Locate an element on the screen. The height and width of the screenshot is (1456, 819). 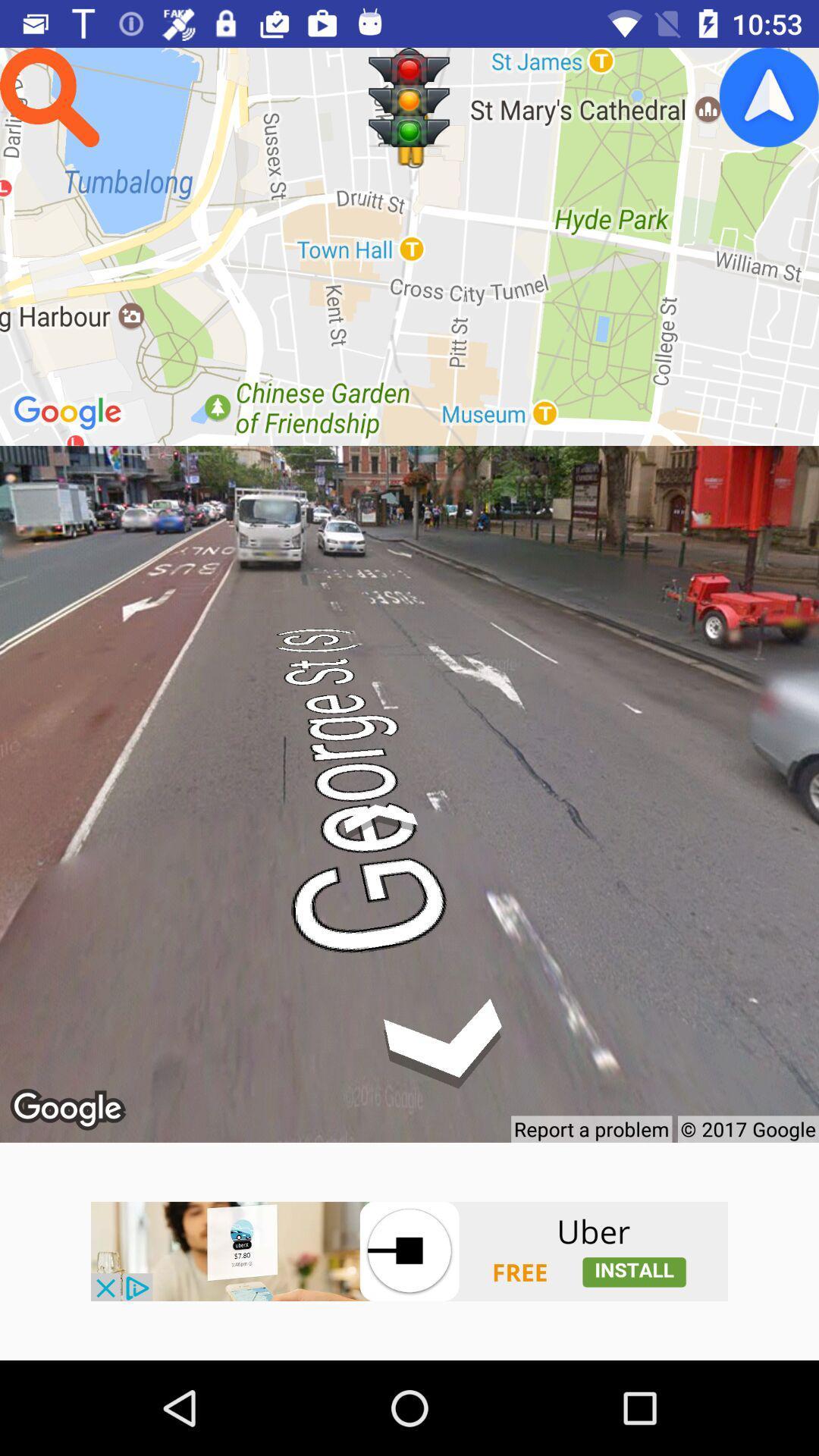
traffic signal is located at coordinates (408, 96).